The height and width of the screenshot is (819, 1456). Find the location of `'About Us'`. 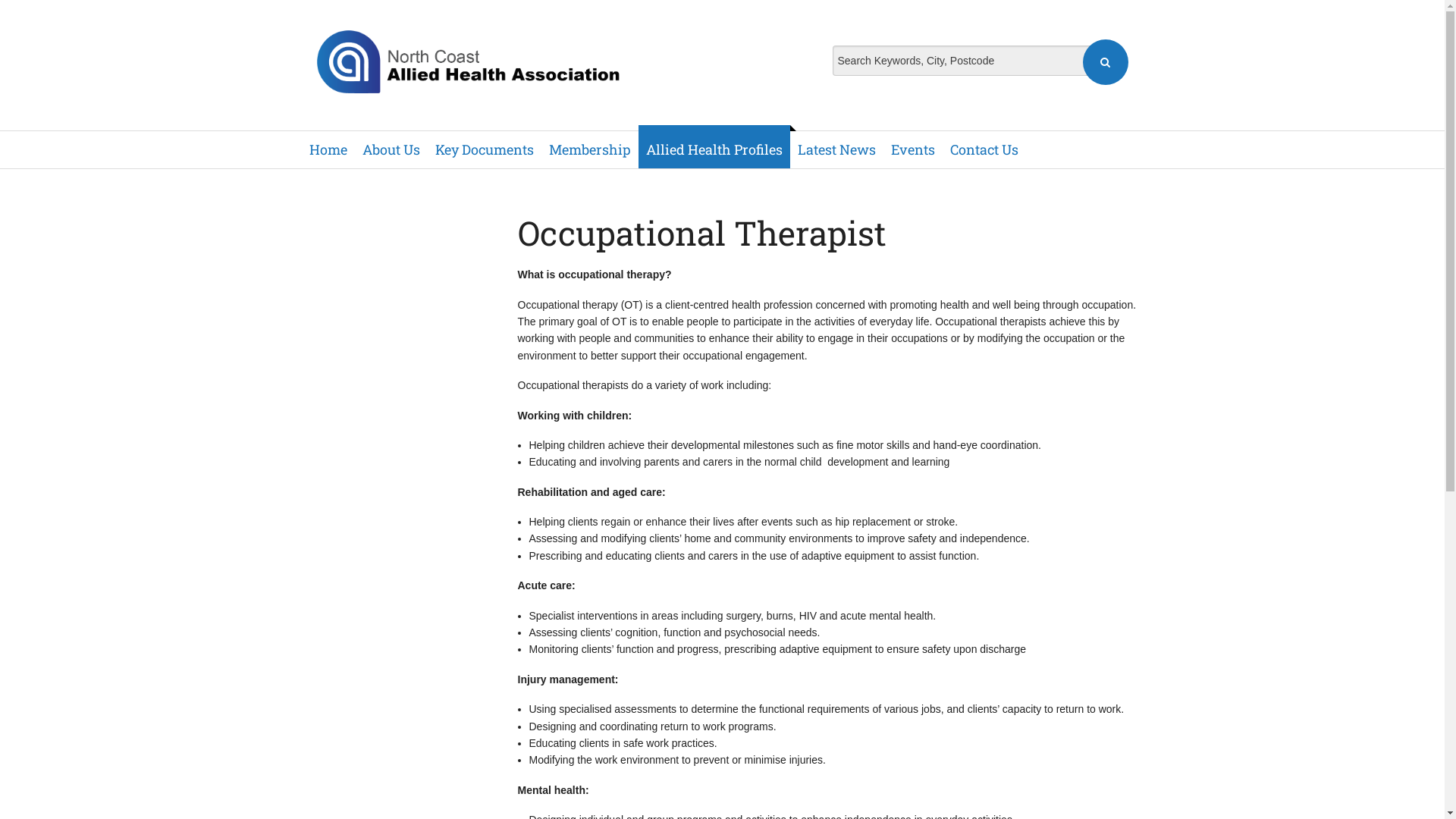

'About Us' is located at coordinates (353, 149).